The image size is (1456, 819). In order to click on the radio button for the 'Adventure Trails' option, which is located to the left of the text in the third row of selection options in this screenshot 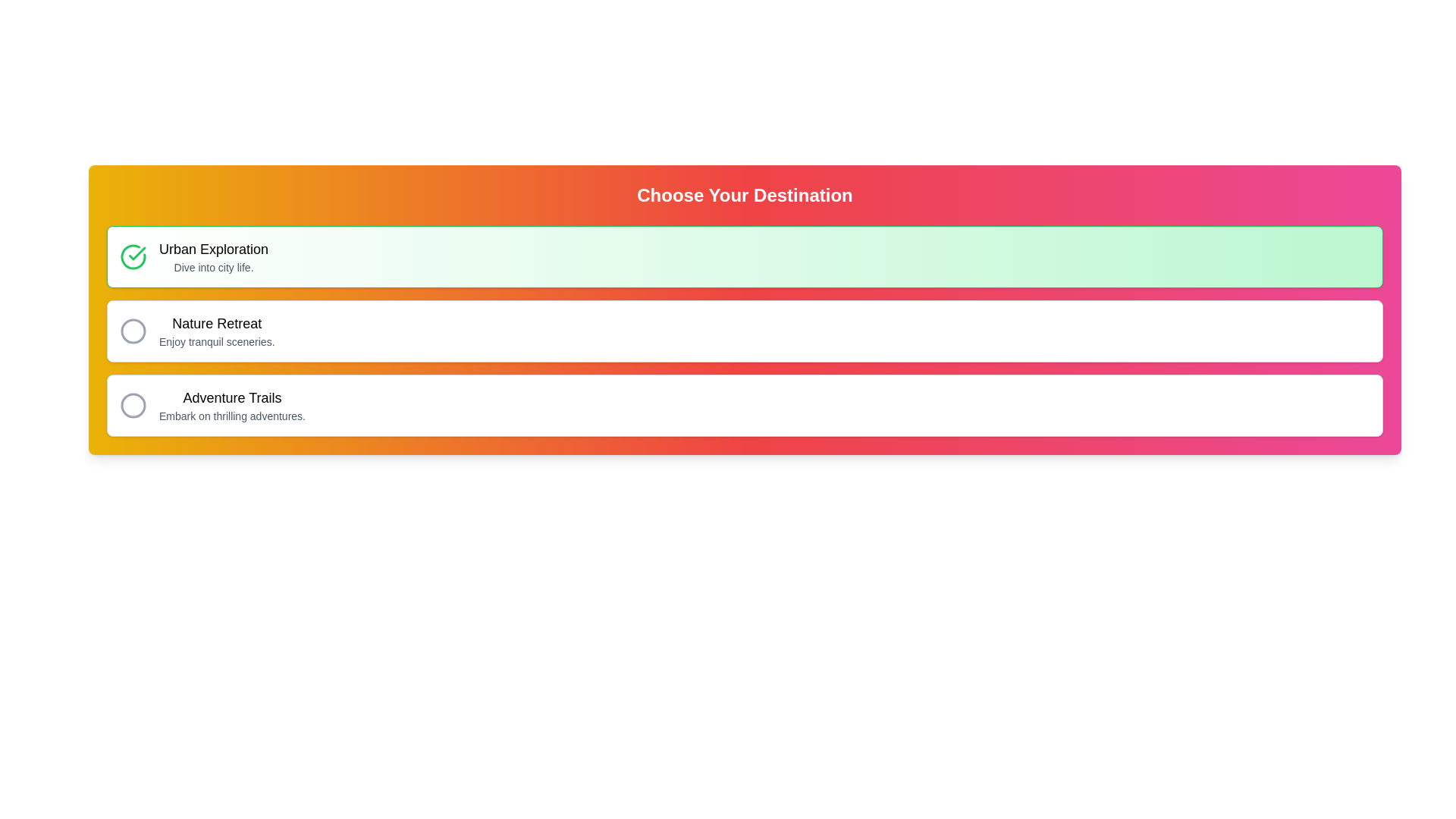, I will do `click(133, 405)`.